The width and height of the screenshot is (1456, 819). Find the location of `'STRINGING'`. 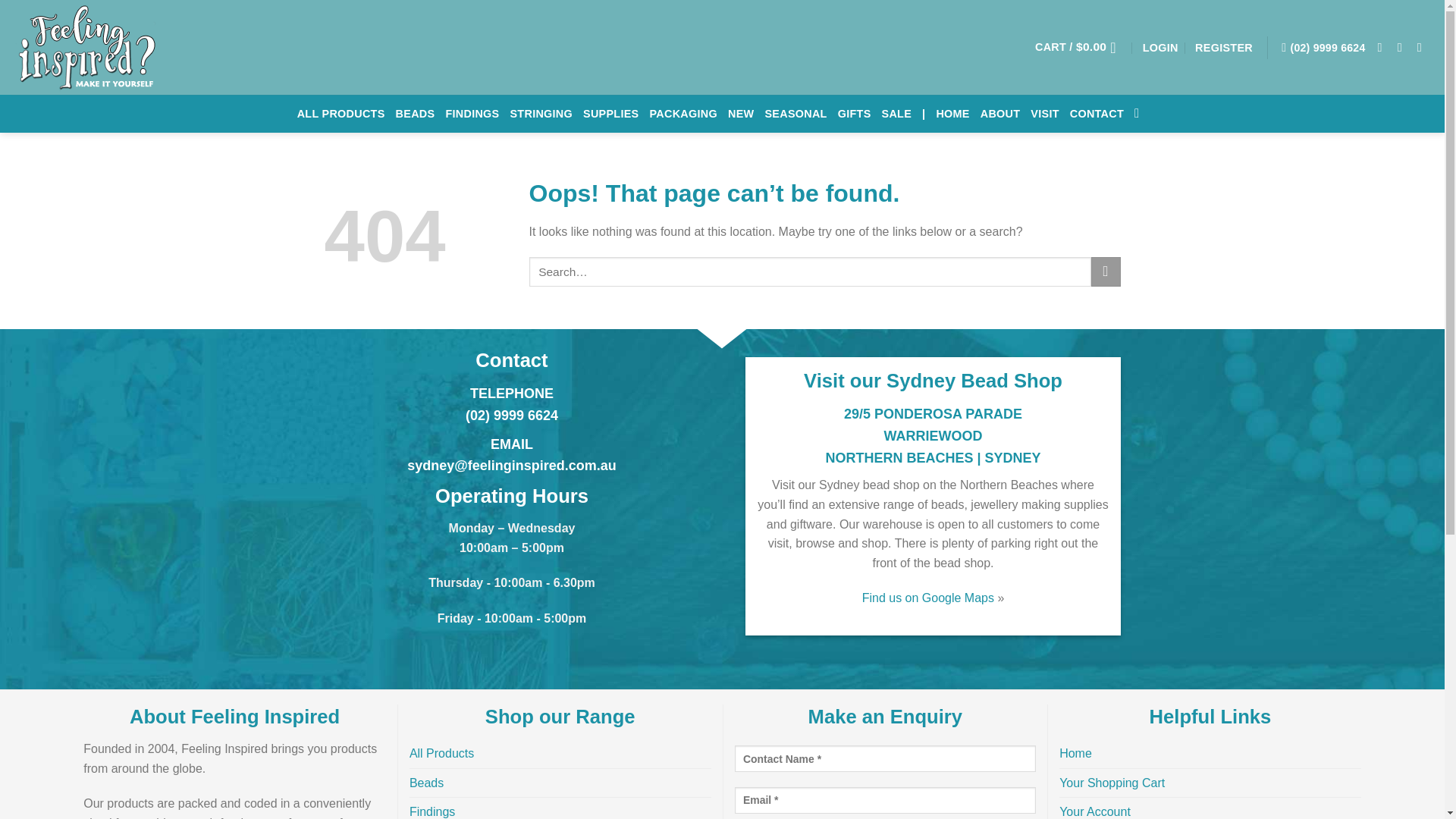

'STRINGING' is located at coordinates (510, 113).